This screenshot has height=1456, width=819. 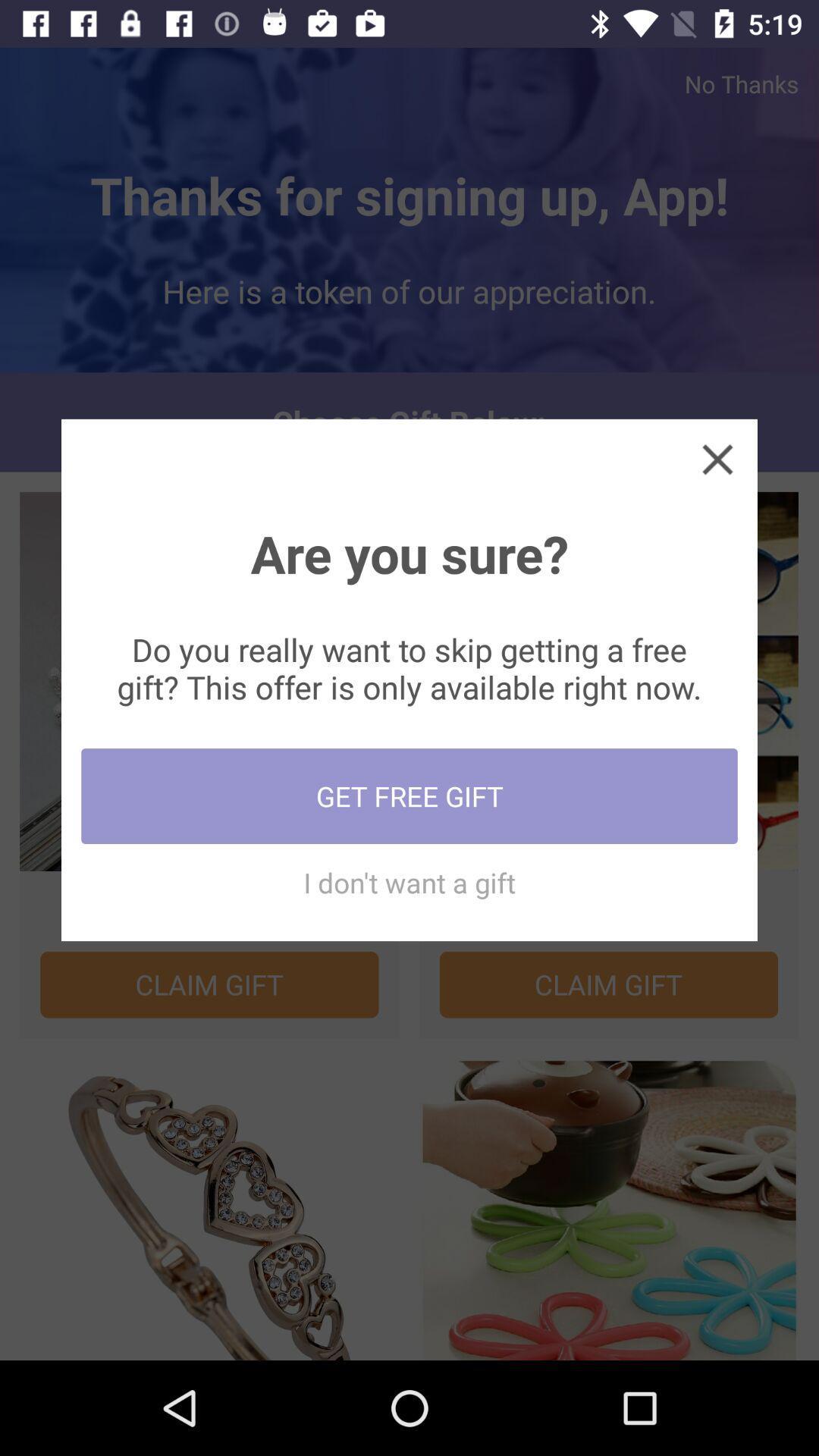 I want to click on pop-up, so click(x=717, y=458).